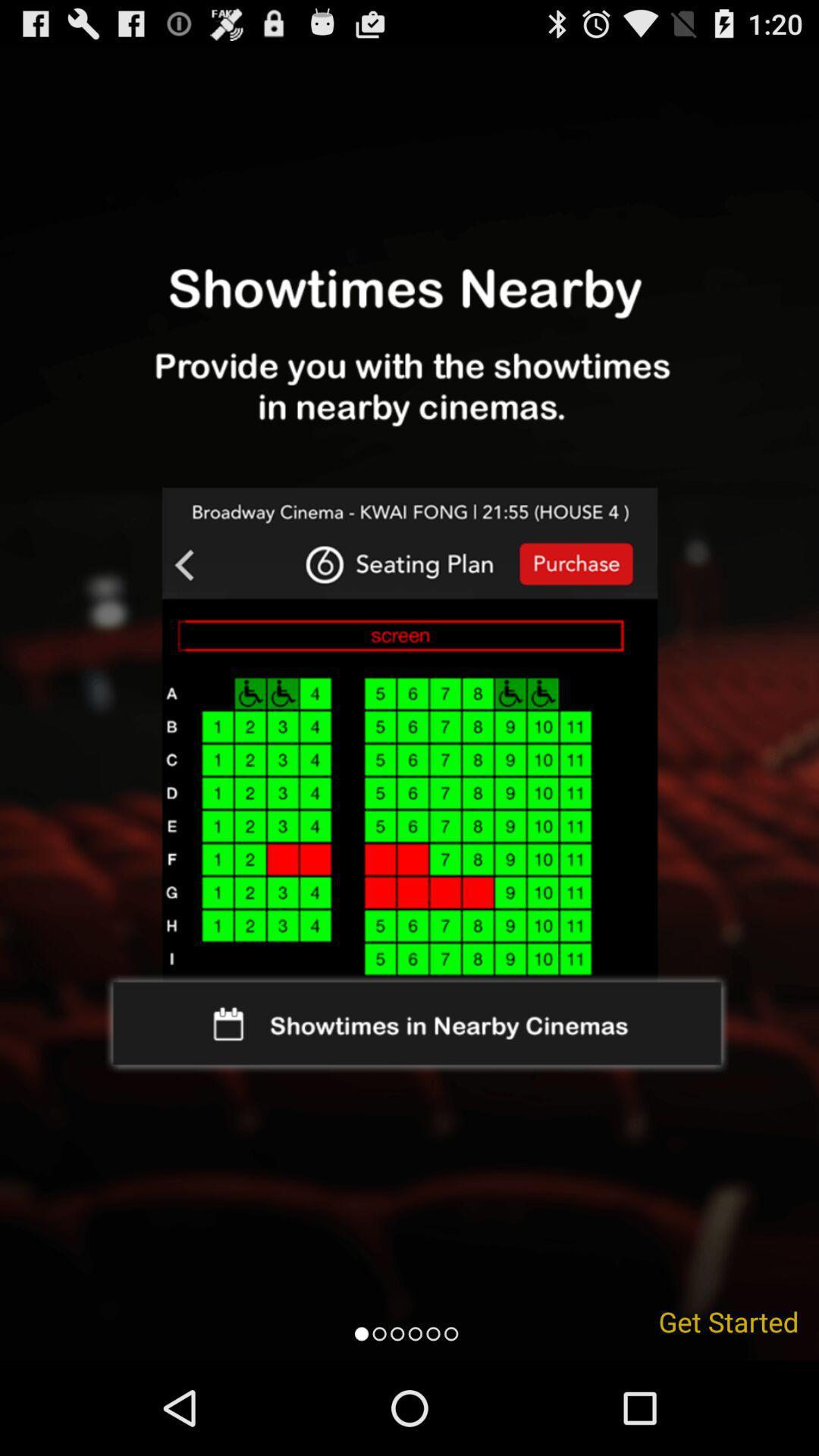 The width and height of the screenshot is (819, 1456). What do you see at coordinates (728, 1320) in the screenshot?
I see `get started icon` at bounding box center [728, 1320].